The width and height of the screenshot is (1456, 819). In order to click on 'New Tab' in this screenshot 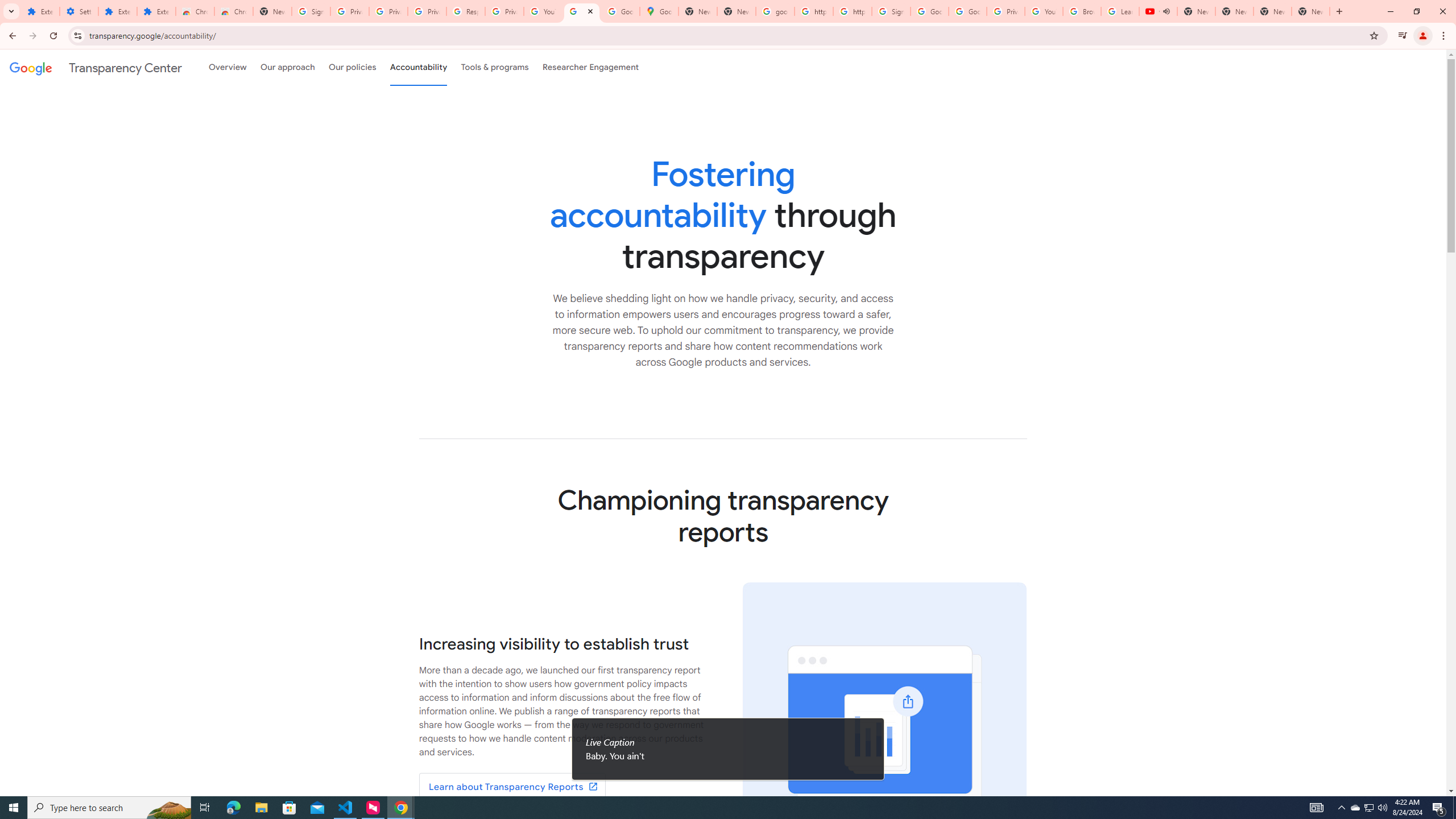, I will do `click(1310, 11)`.